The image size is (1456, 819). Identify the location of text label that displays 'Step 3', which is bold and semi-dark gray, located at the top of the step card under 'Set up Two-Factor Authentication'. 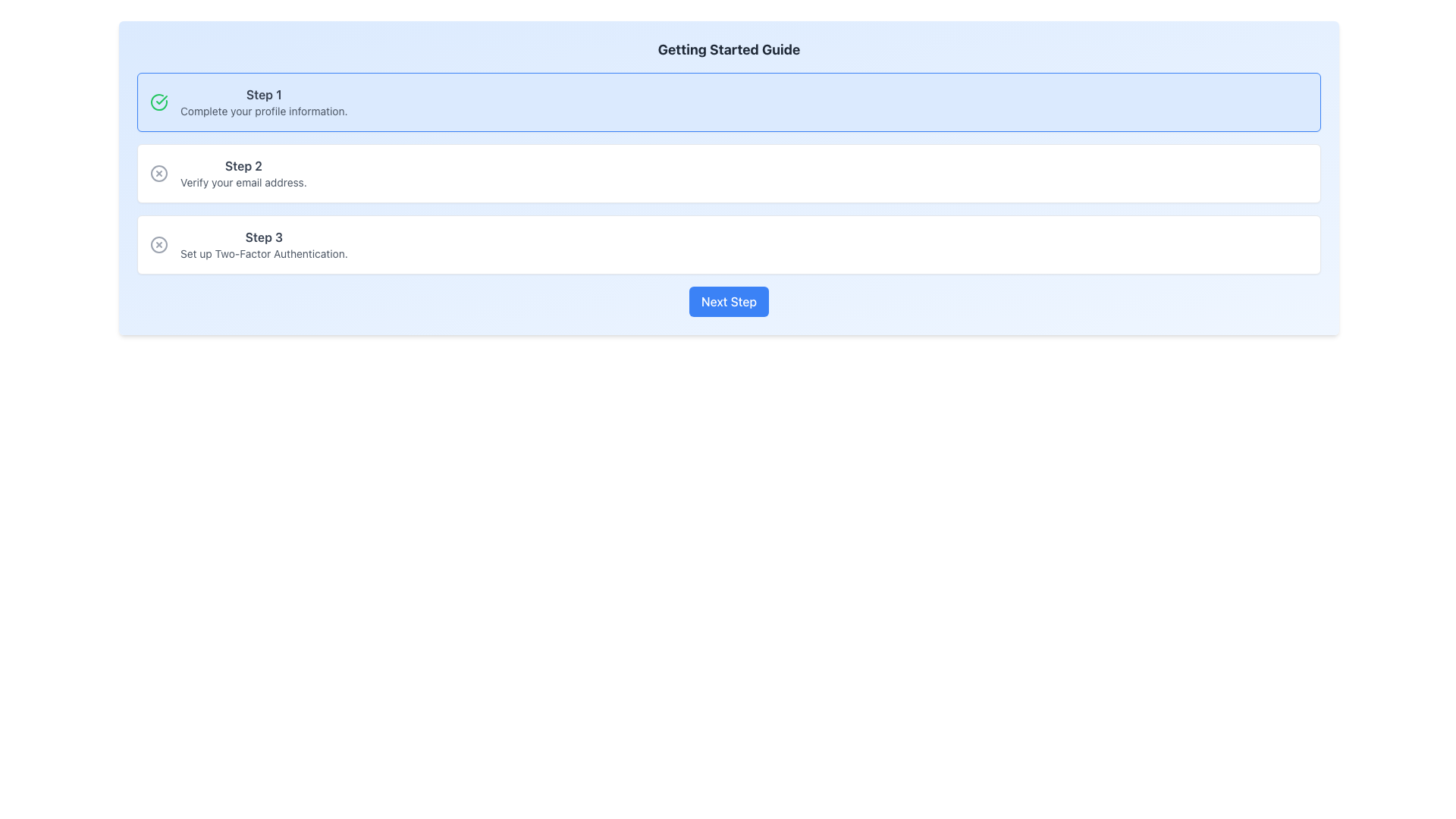
(264, 237).